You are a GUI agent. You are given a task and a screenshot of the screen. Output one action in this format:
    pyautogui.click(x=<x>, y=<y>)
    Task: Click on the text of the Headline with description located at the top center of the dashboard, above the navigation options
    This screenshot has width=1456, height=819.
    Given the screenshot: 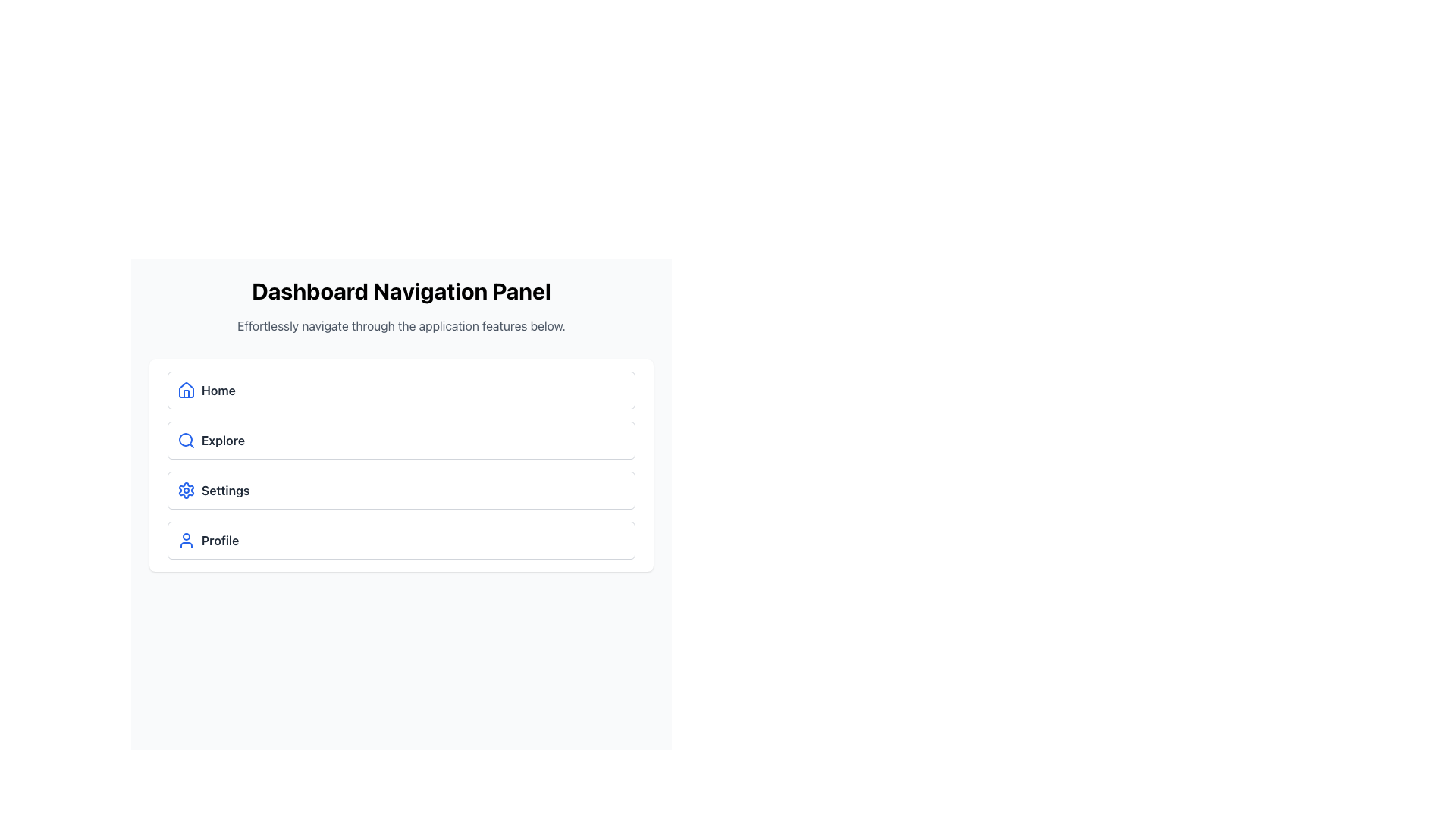 What is the action you would take?
    pyautogui.click(x=401, y=306)
    